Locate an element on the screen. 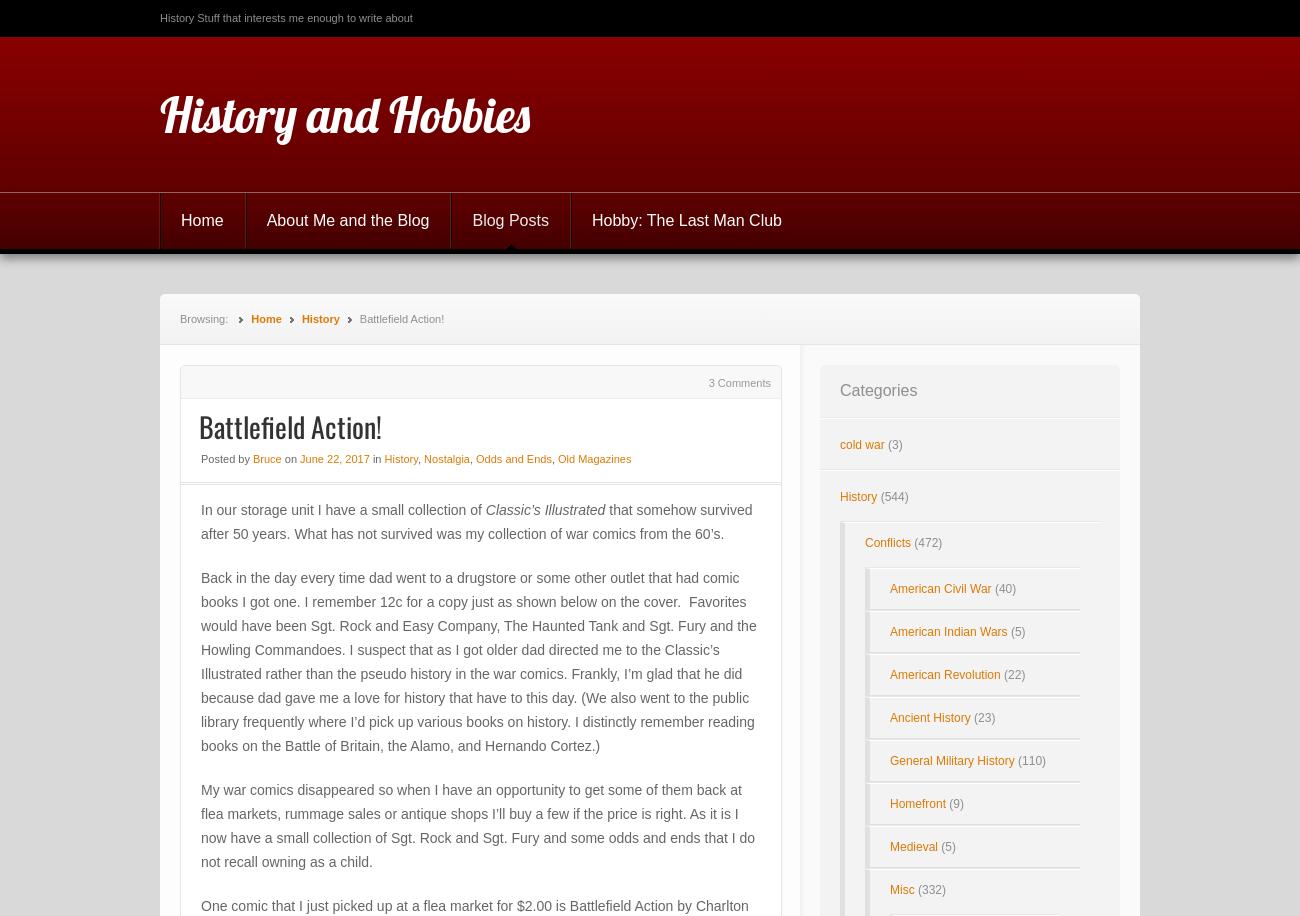 The width and height of the screenshot is (1300, 916). 'Ancient History' is located at coordinates (930, 717).